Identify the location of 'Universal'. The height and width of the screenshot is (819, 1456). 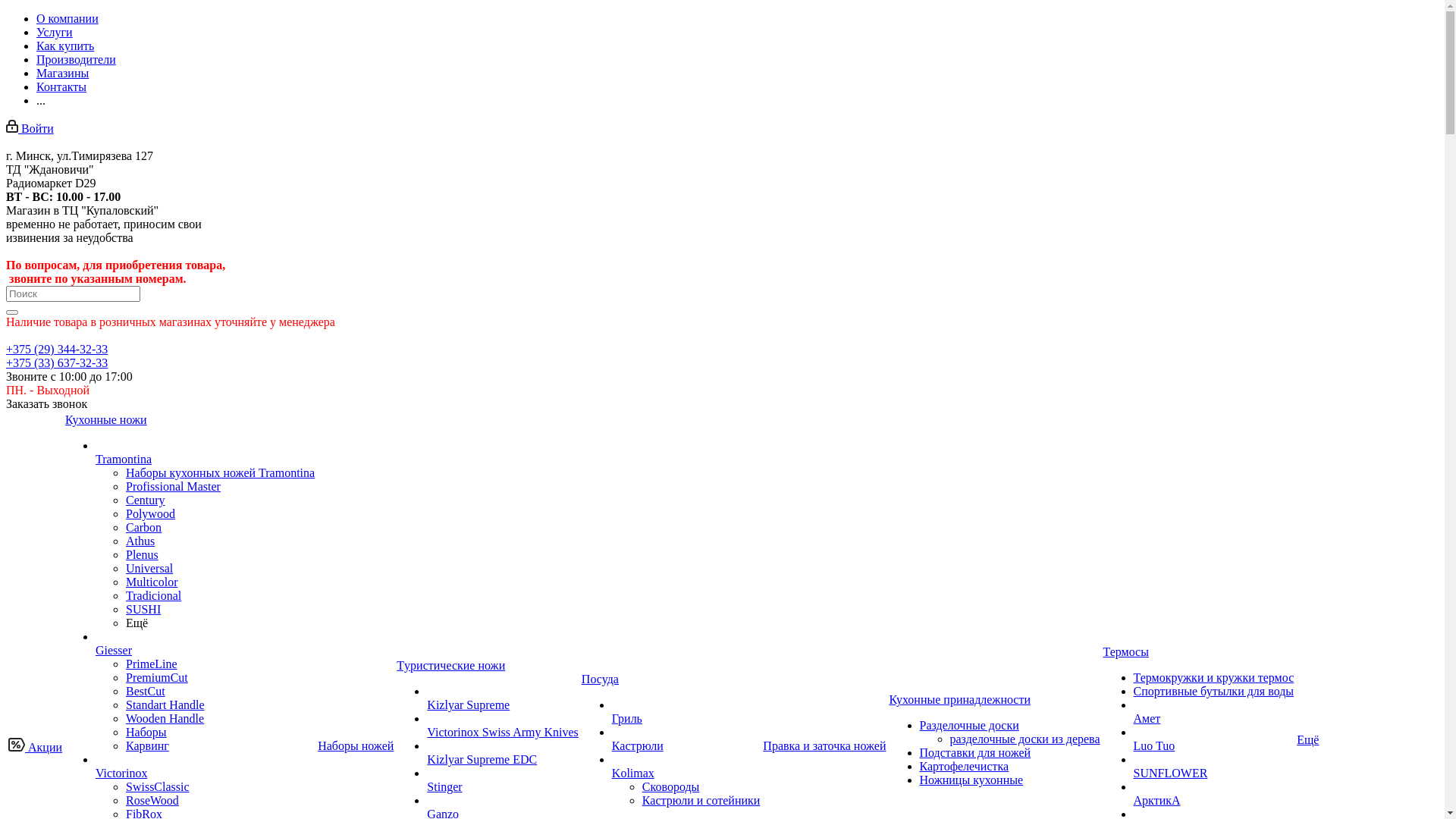
(126, 568).